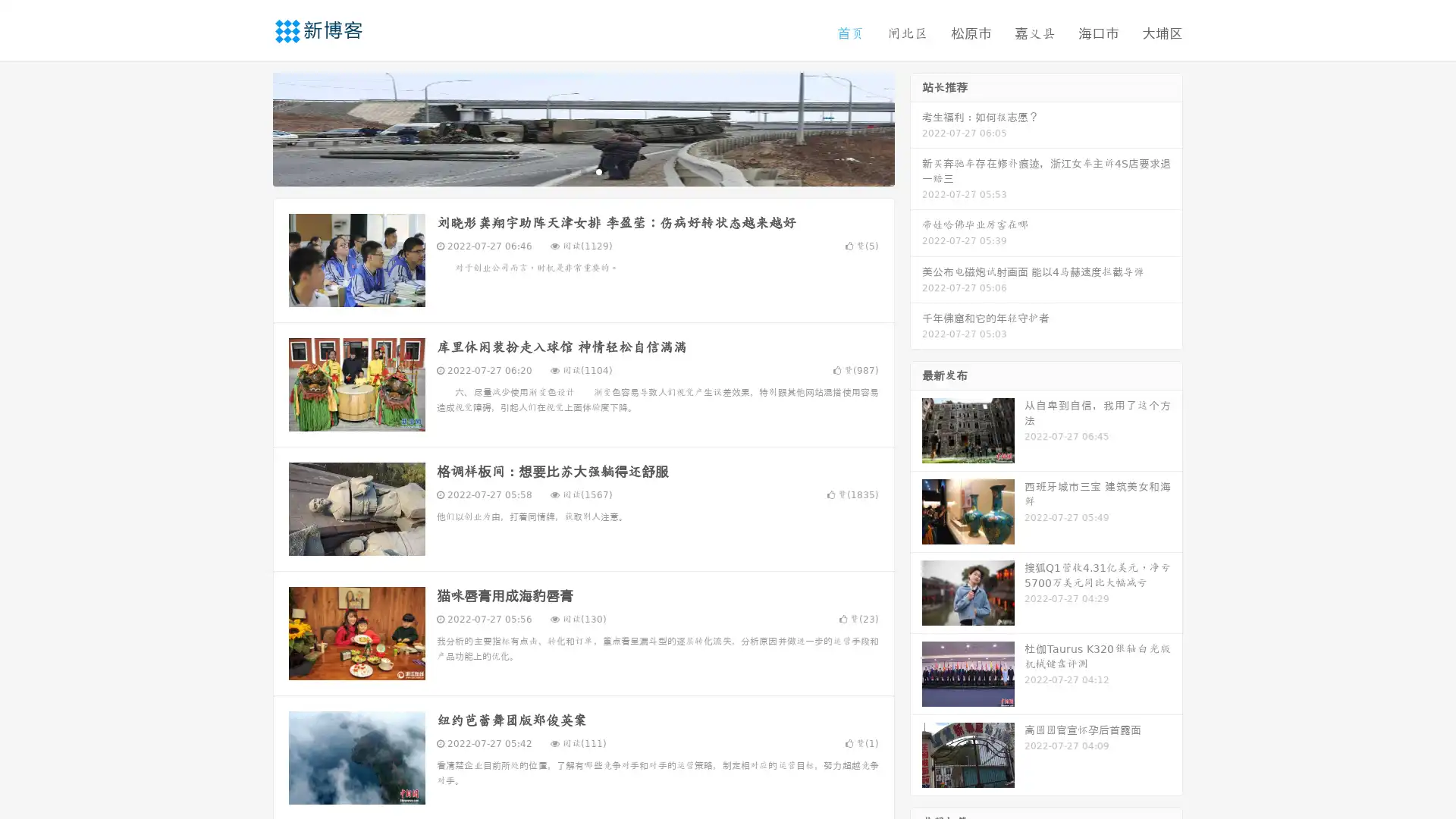  What do you see at coordinates (250, 127) in the screenshot?
I see `Previous slide` at bounding box center [250, 127].